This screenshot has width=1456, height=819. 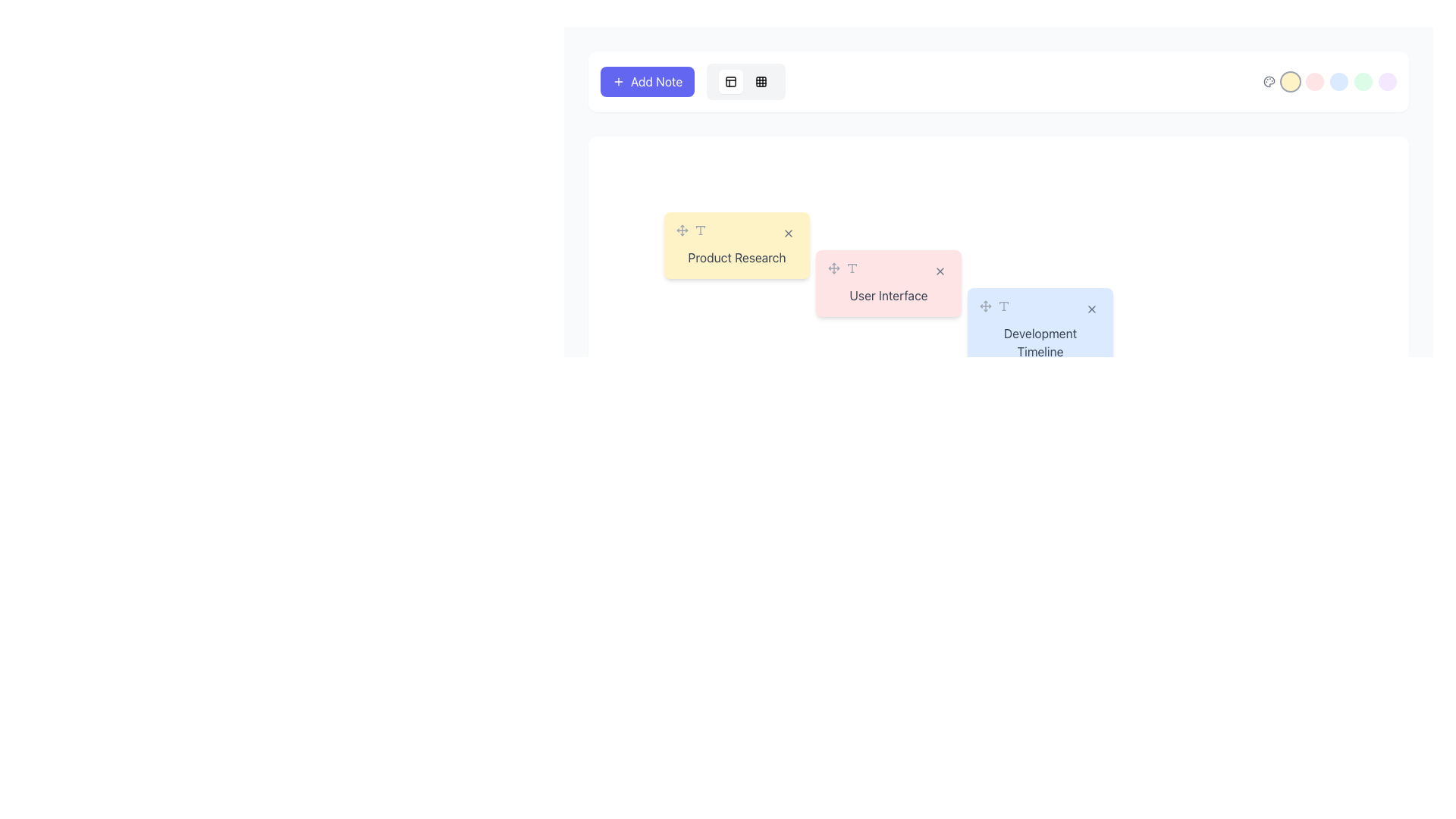 I want to click on the light gray four-direction move arrow icon located in the top-right part of the interface, positioned to the left of its sibling icon, so click(x=986, y=306).